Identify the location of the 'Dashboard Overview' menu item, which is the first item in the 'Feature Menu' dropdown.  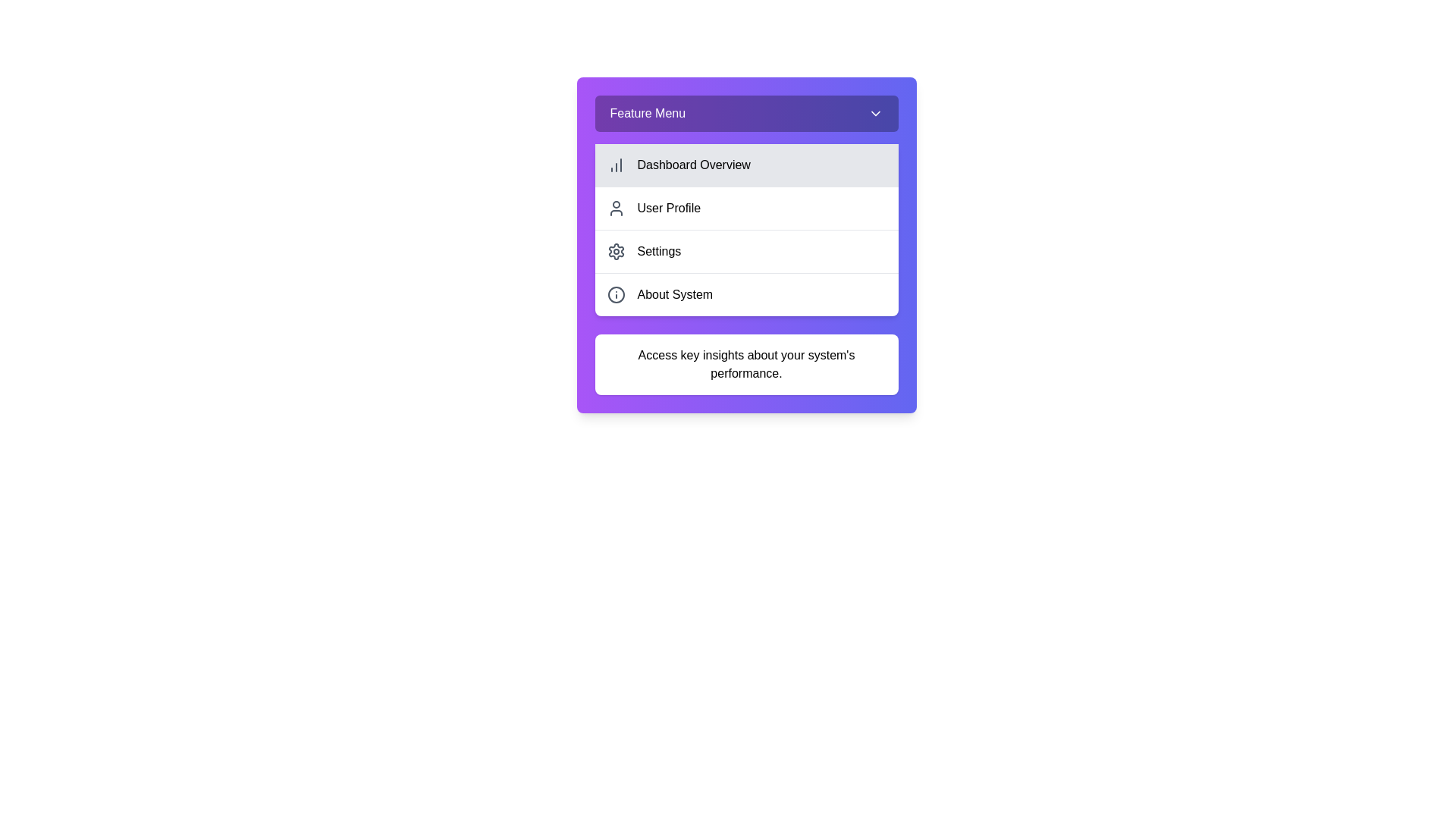
(746, 165).